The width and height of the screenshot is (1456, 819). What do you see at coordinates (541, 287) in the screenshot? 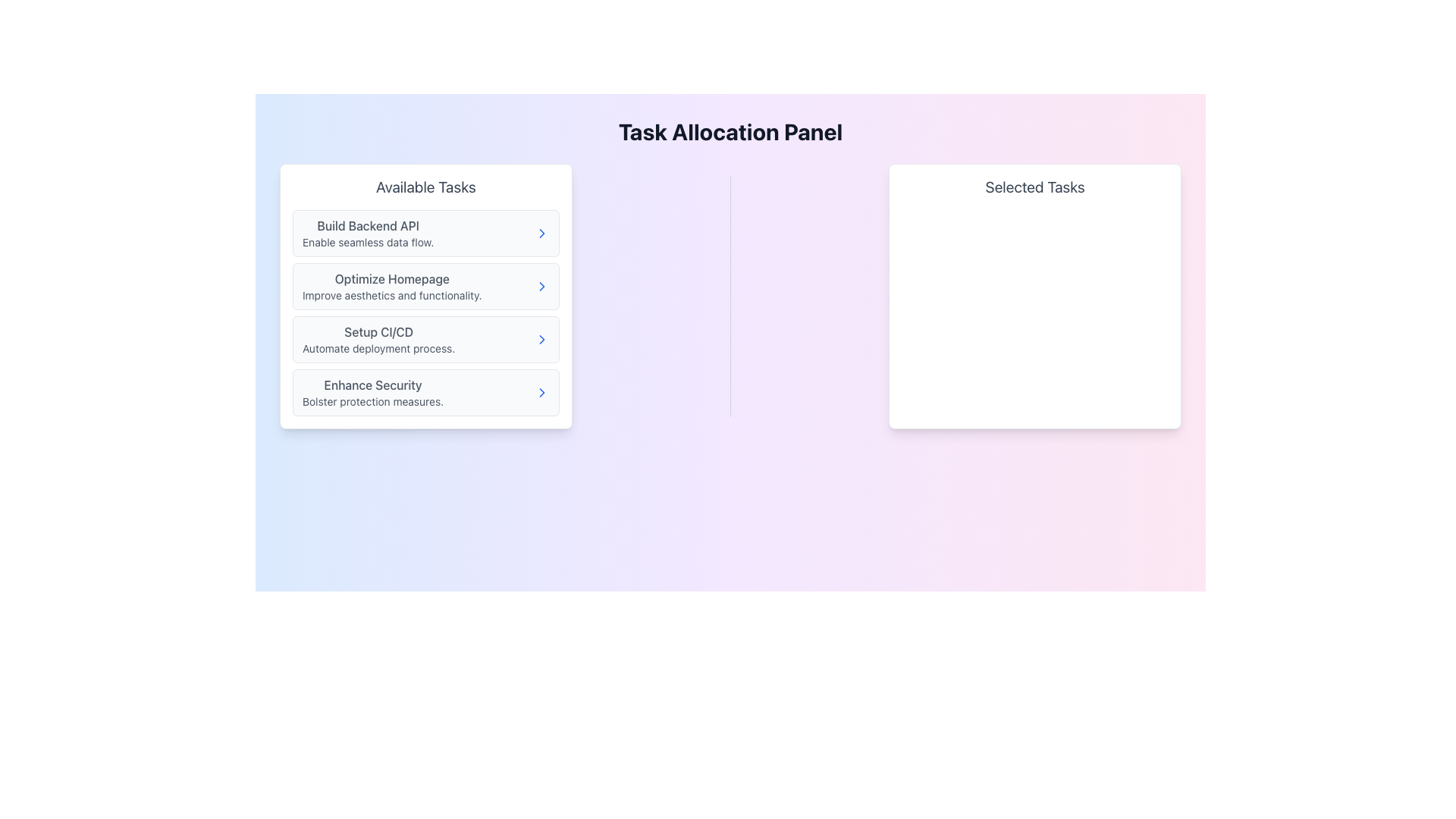
I see `the second arrow icon under 'Available Tasks' for the 'Optimize Homepage' task` at bounding box center [541, 287].